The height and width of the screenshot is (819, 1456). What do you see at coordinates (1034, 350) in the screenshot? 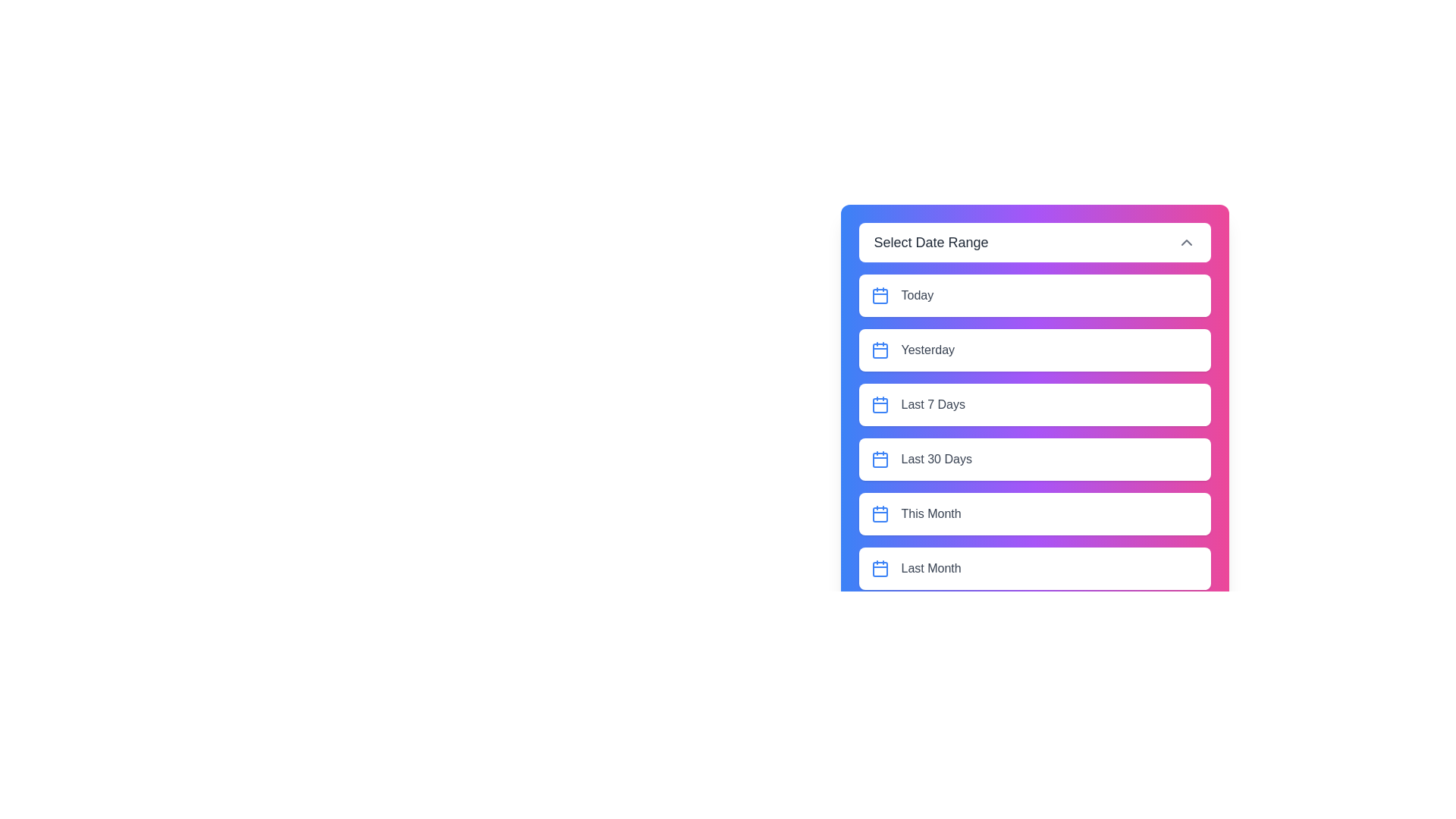
I see `the element Yesterday option to observe potential hover effects or tooltips` at bounding box center [1034, 350].